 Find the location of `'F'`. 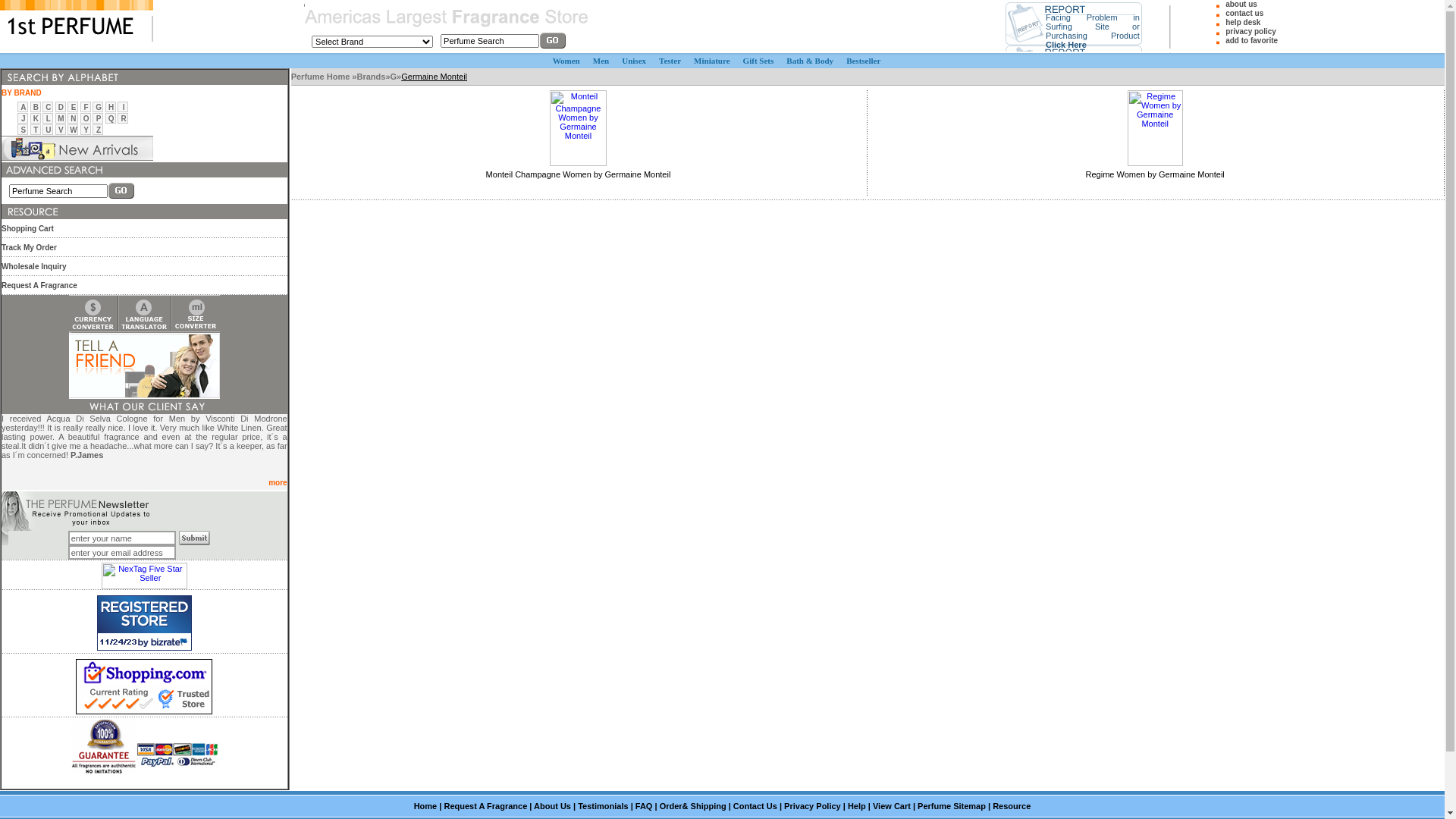

'F' is located at coordinates (86, 106).